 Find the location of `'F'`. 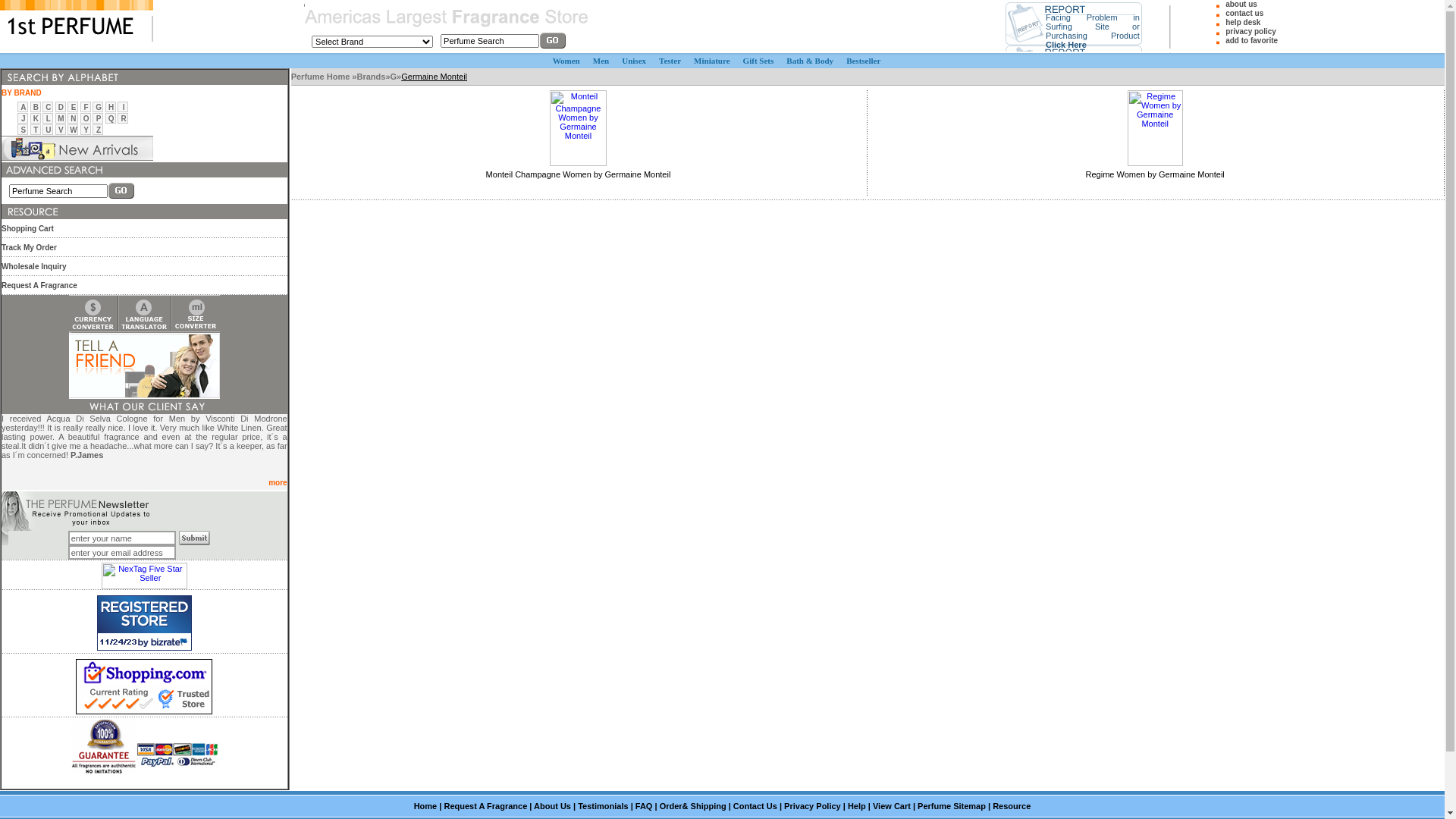

'F' is located at coordinates (86, 106).